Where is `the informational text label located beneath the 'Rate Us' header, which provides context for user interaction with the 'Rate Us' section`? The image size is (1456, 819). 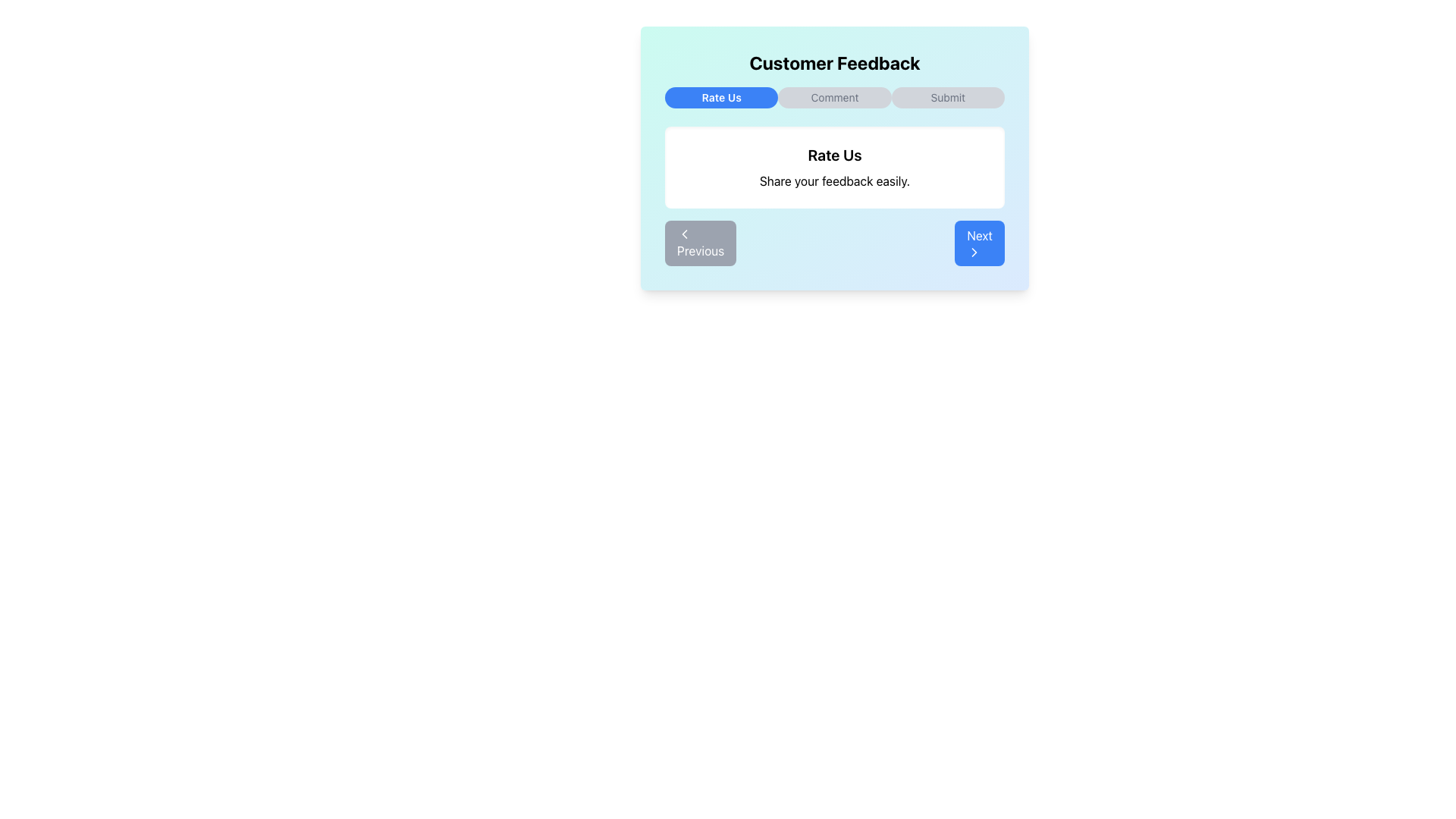 the informational text label located beneath the 'Rate Us' header, which provides context for user interaction with the 'Rate Us' section is located at coordinates (833, 180).